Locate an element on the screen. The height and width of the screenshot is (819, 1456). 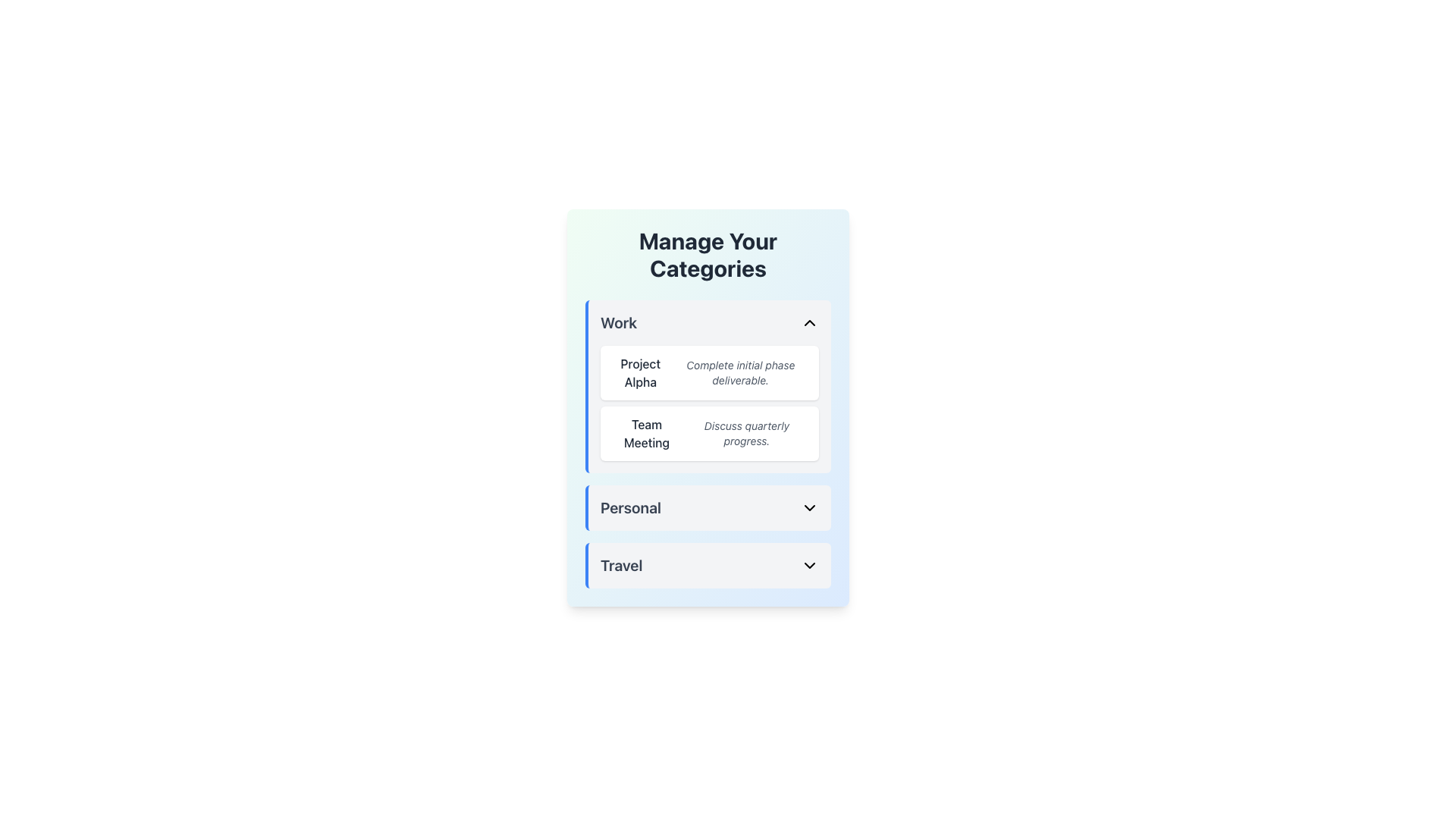
the dropdown indicator chevron icon located at the far-right end of the 'Travel' section to trigger a hover effect or tooltip is located at coordinates (809, 565).